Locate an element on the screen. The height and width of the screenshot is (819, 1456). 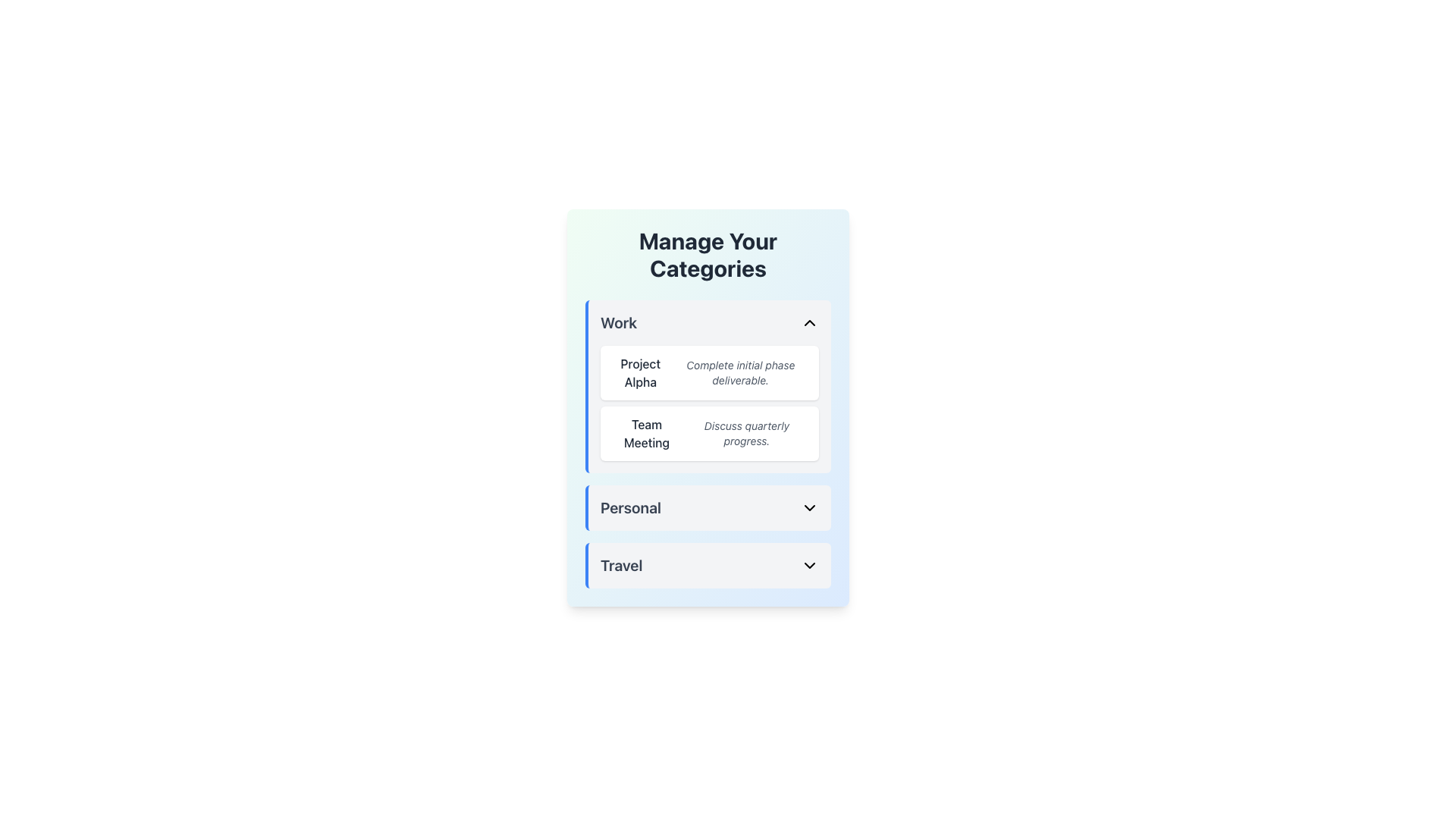
the dropdown indicator chevron icon located at the far-right end of the 'Travel' section to trigger a hover effect or tooltip is located at coordinates (809, 565).